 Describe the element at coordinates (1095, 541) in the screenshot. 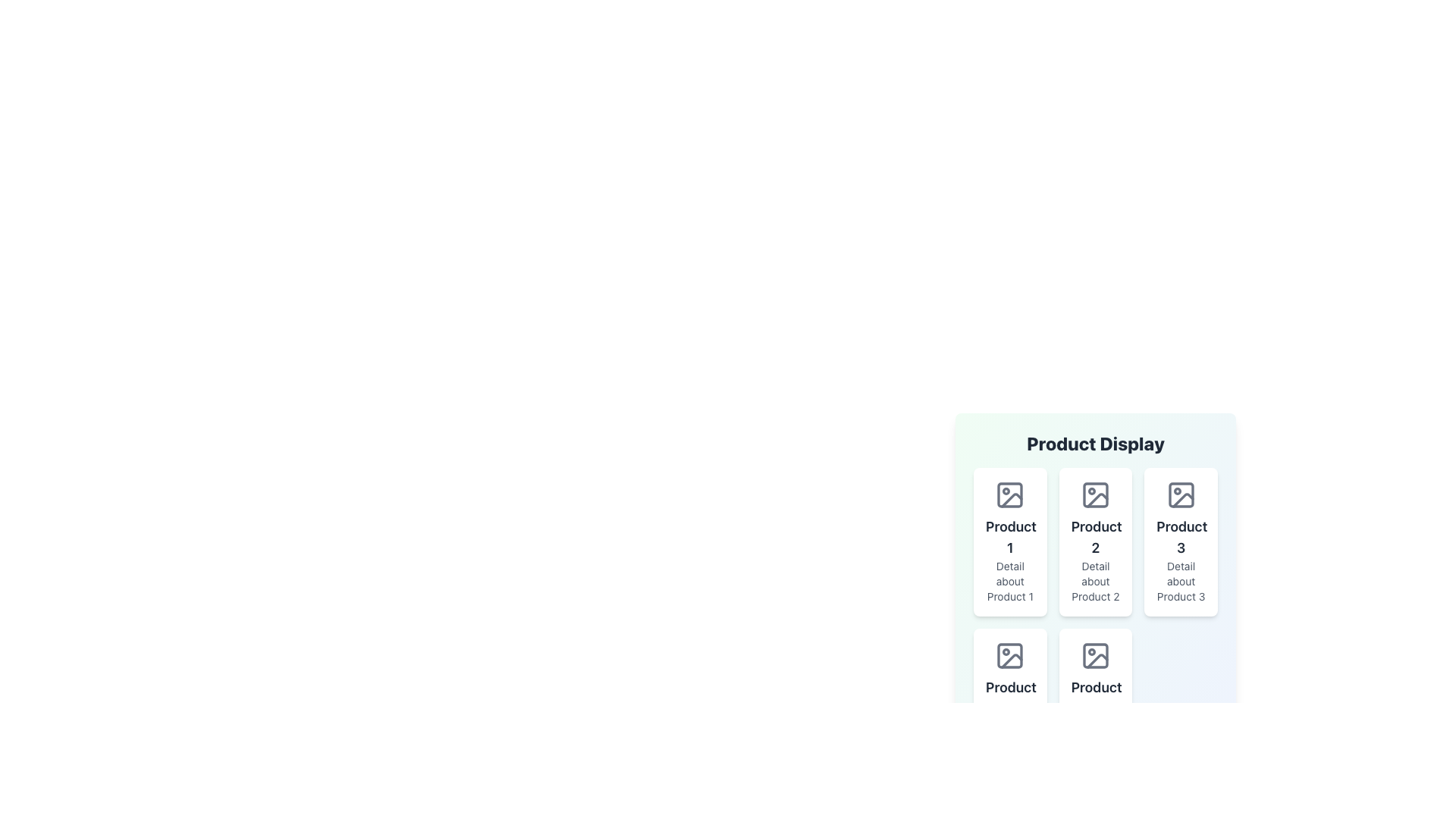

I see `the product display card labeled 'Product 2', which is the second card in a grid layout under the 'Product Display' heading` at that location.